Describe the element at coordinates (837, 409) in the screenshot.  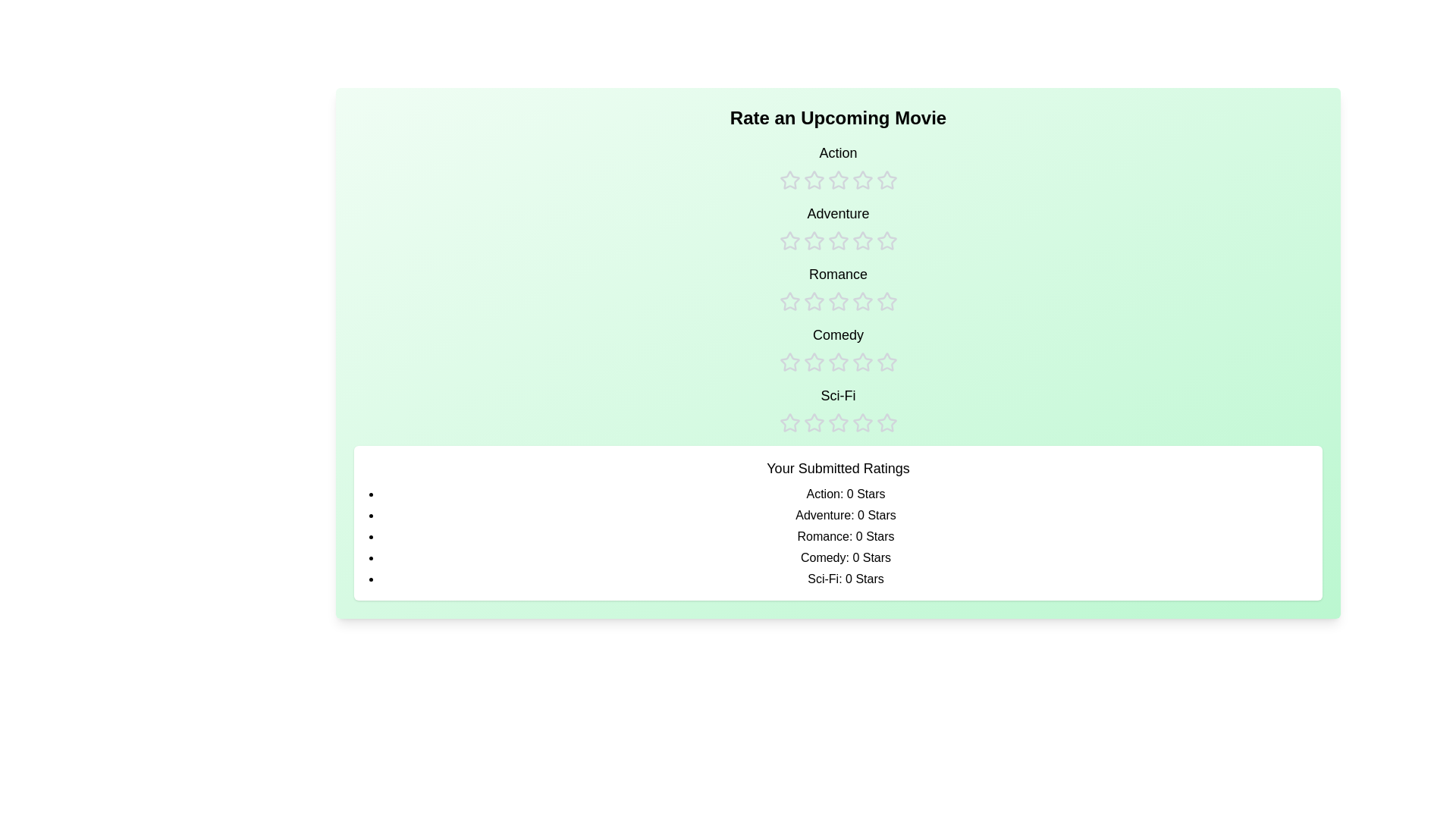
I see `the rating for the Sci-Fi category to 3 stars` at that location.